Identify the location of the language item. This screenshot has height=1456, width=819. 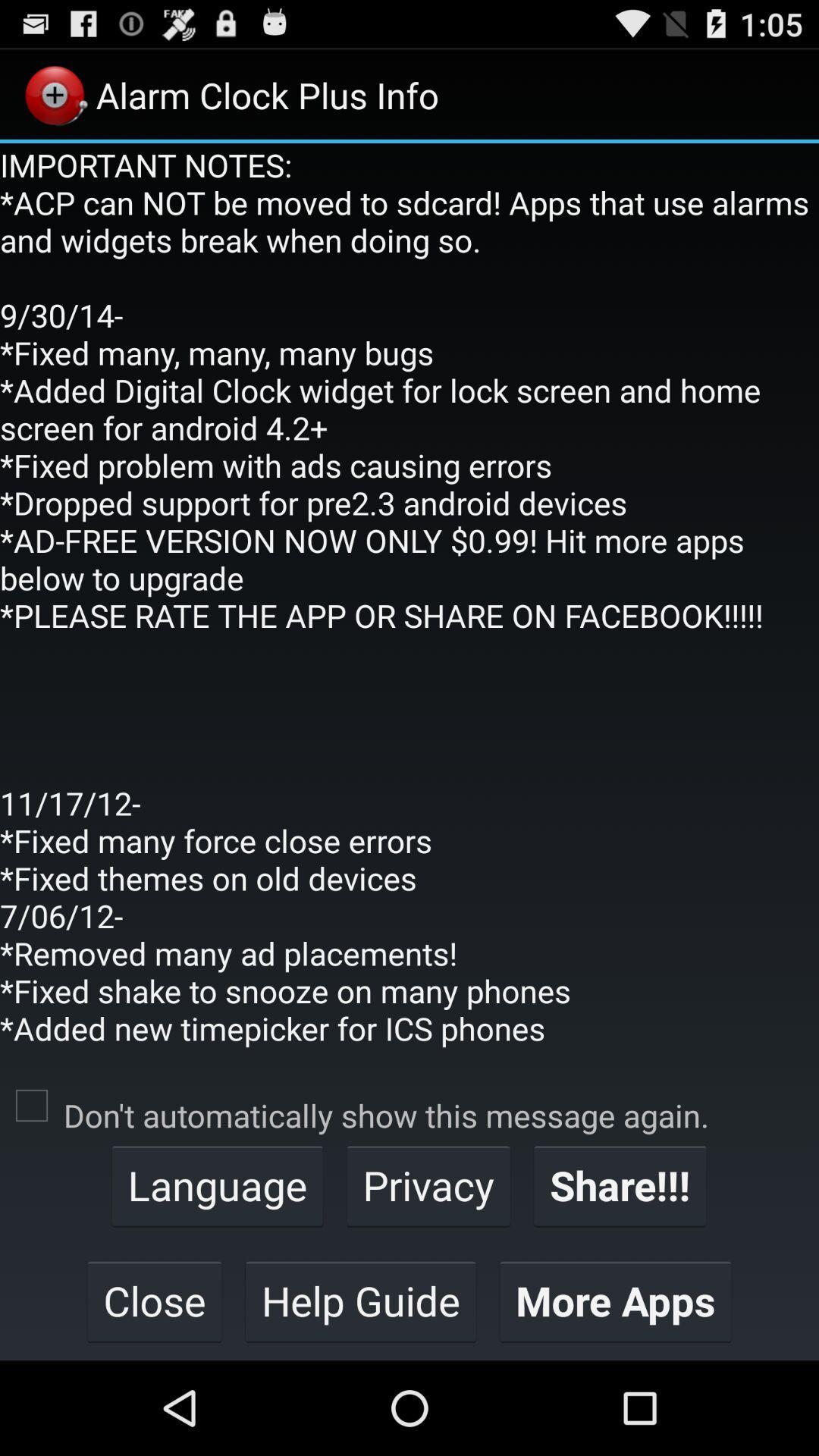
(217, 1185).